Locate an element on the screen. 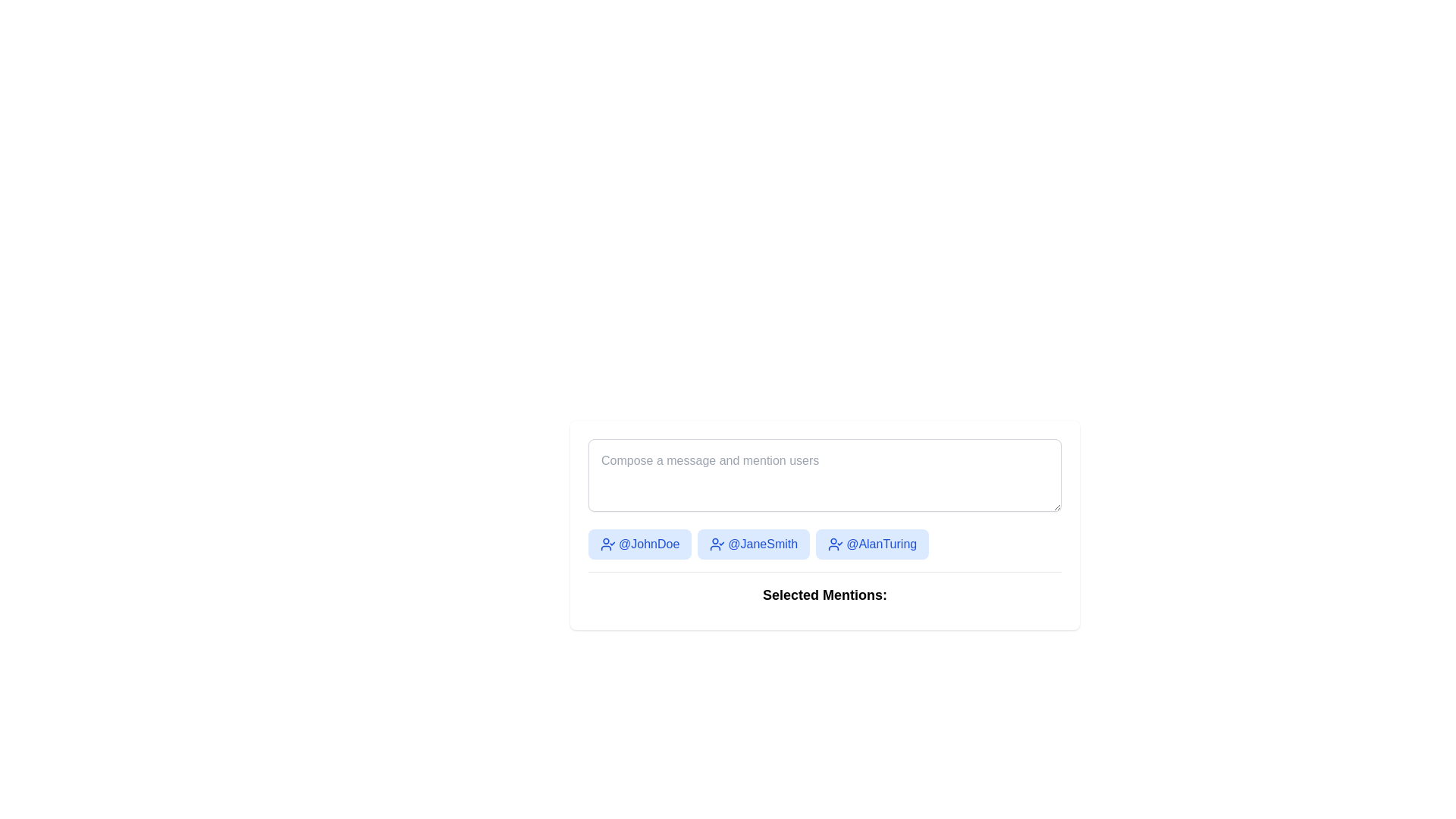  the text label 'Selected Mentions:' which is styled in bold and located at the bottom of the panel containing user mentions is located at coordinates (824, 590).